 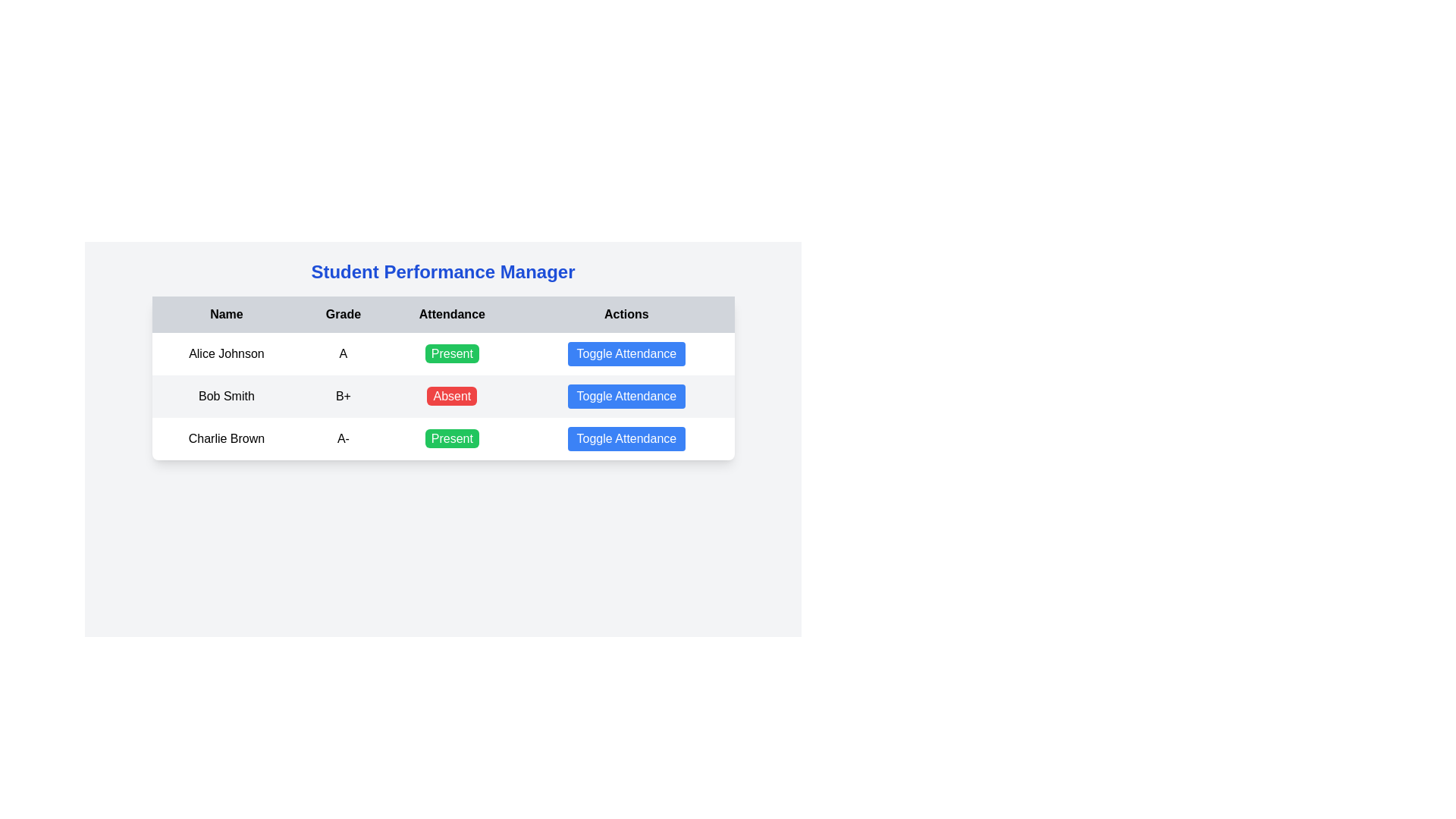 What do you see at coordinates (342, 396) in the screenshot?
I see `the Text label indicating the grade 'B+' for the student 'Bob Smith' located in the second row, second column of the table` at bounding box center [342, 396].